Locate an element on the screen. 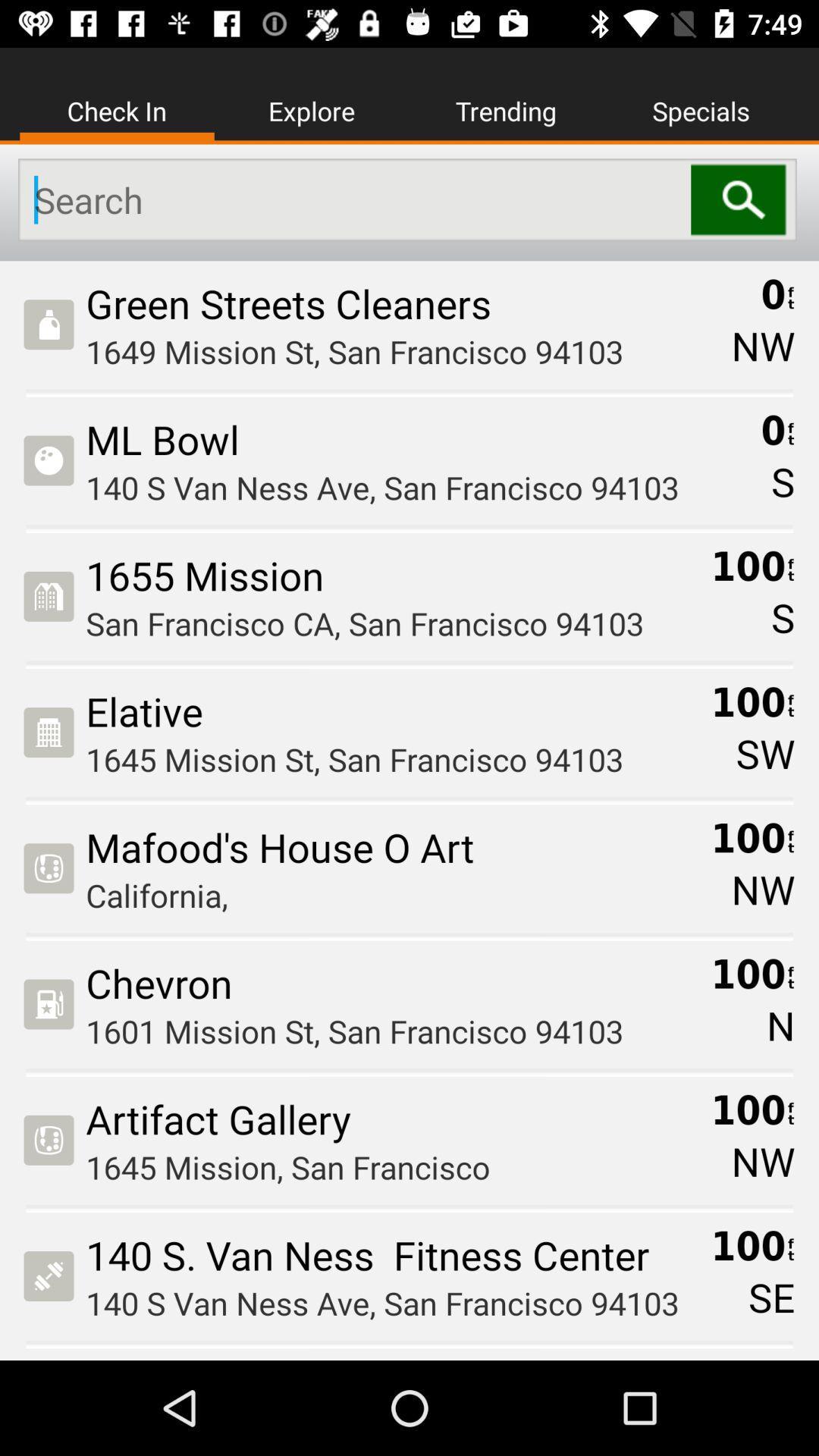 Image resolution: width=819 pixels, height=1456 pixels. the search icon is located at coordinates (742, 199).